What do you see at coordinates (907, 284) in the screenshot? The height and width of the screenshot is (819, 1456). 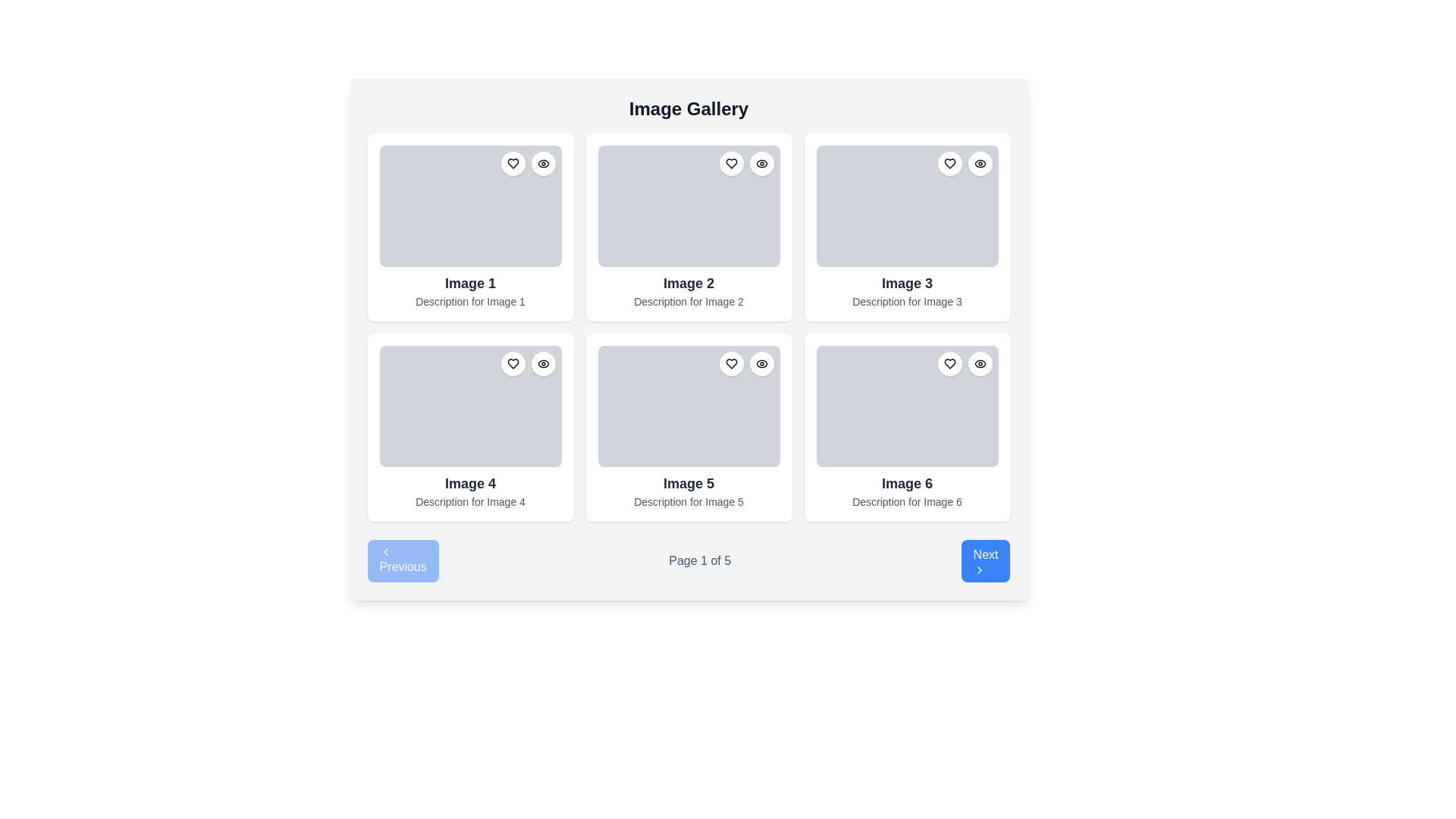 I see `text label located in the third tile of the first row, positioned above 'Description for Image 3'` at bounding box center [907, 284].